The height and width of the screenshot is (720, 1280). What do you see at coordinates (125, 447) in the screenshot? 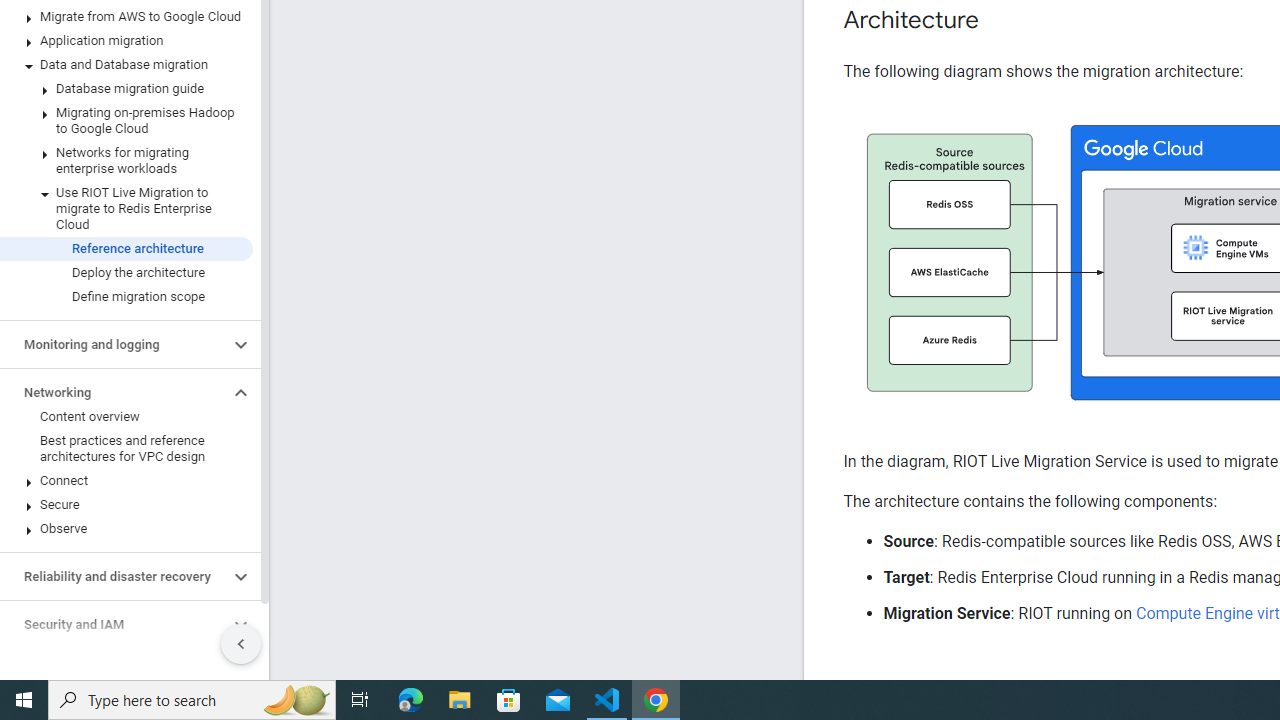
I see `'Best practices and reference architectures for VPC design'` at bounding box center [125, 447].